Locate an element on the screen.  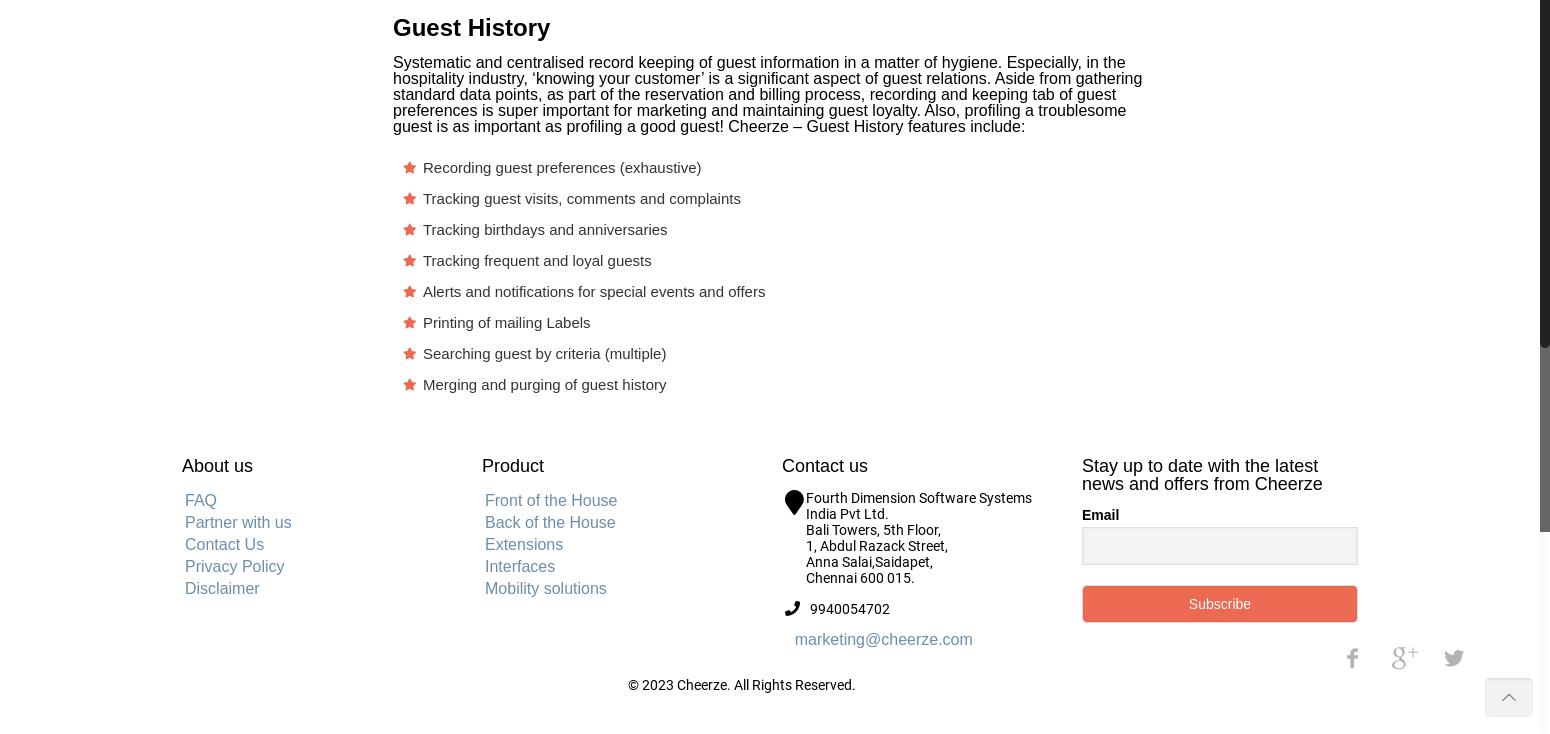
'Bali Towers, 5th Floor,' is located at coordinates (804, 529).